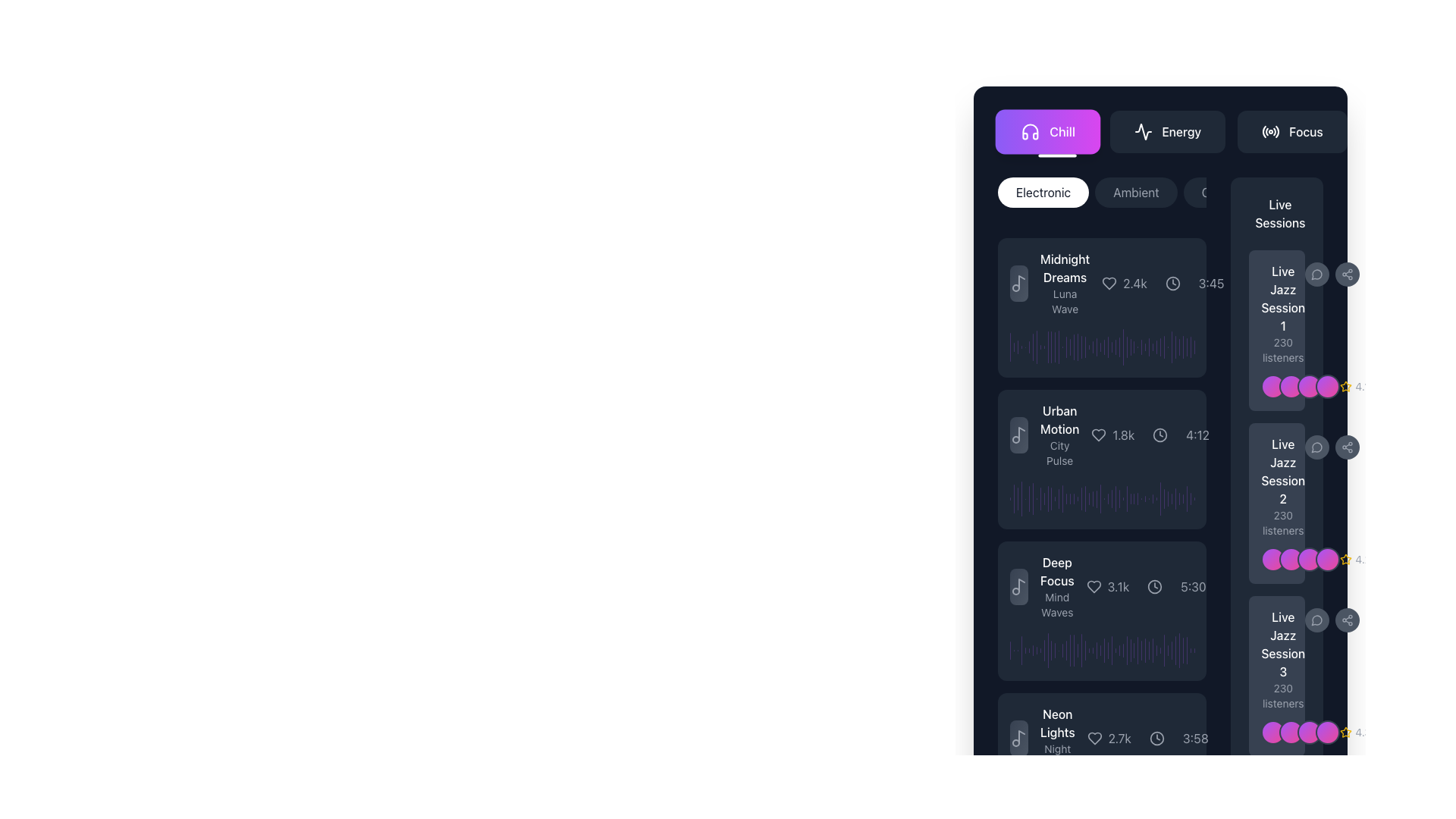 The width and height of the screenshot is (1456, 819). What do you see at coordinates (1019, 586) in the screenshot?
I see `the music track icon located to the left of the 'Deep Focus' audio track information in the list` at bounding box center [1019, 586].